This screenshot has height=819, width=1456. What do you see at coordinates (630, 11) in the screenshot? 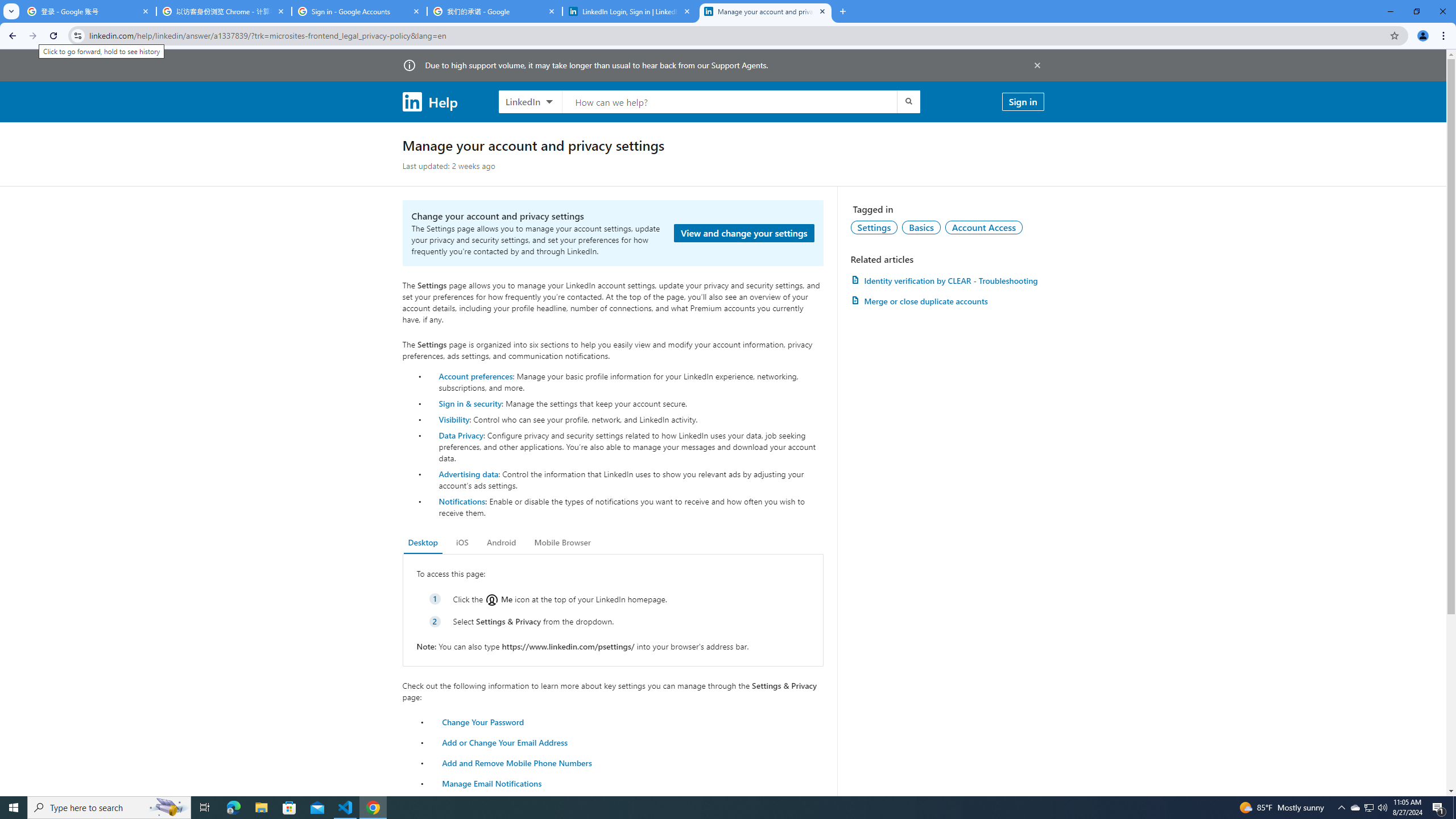
I see `'LinkedIn Login, Sign in | LinkedIn'` at bounding box center [630, 11].